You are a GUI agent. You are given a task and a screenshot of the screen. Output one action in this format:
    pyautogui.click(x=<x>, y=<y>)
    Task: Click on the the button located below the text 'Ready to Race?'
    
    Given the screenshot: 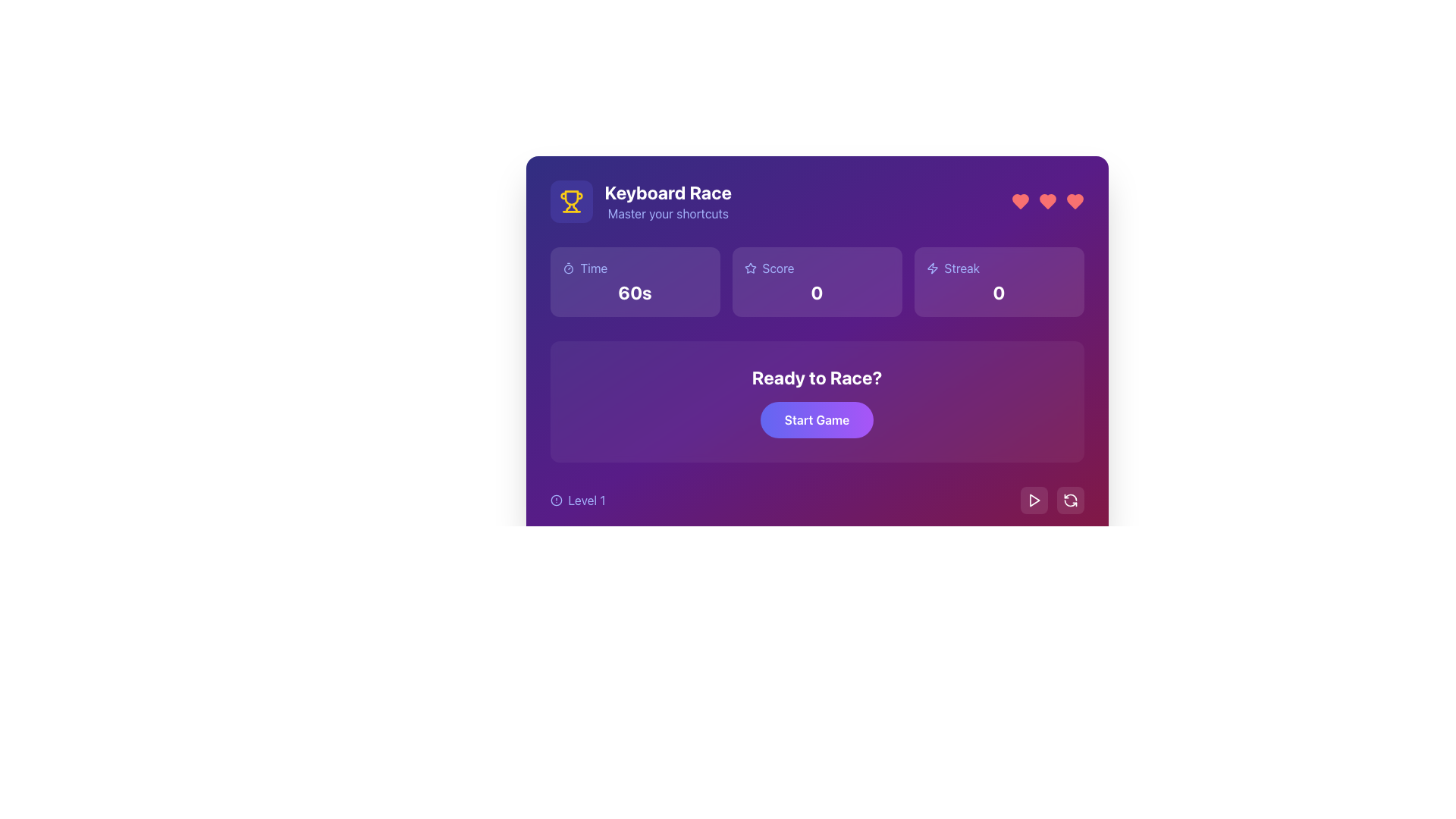 What is the action you would take?
    pyautogui.click(x=816, y=420)
    